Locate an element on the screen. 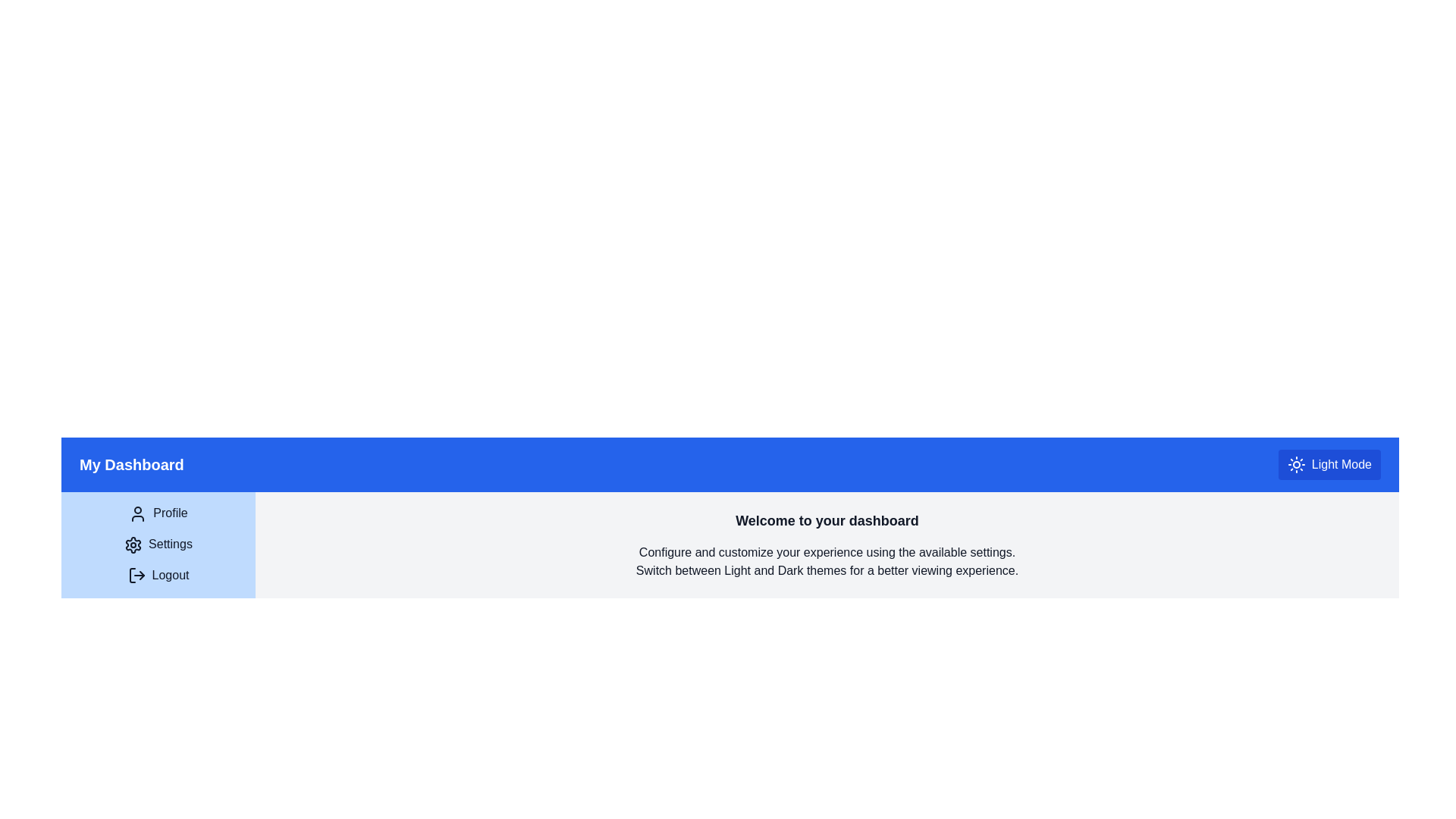  the 'Profile' text label with user icon is located at coordinates (158, 513).